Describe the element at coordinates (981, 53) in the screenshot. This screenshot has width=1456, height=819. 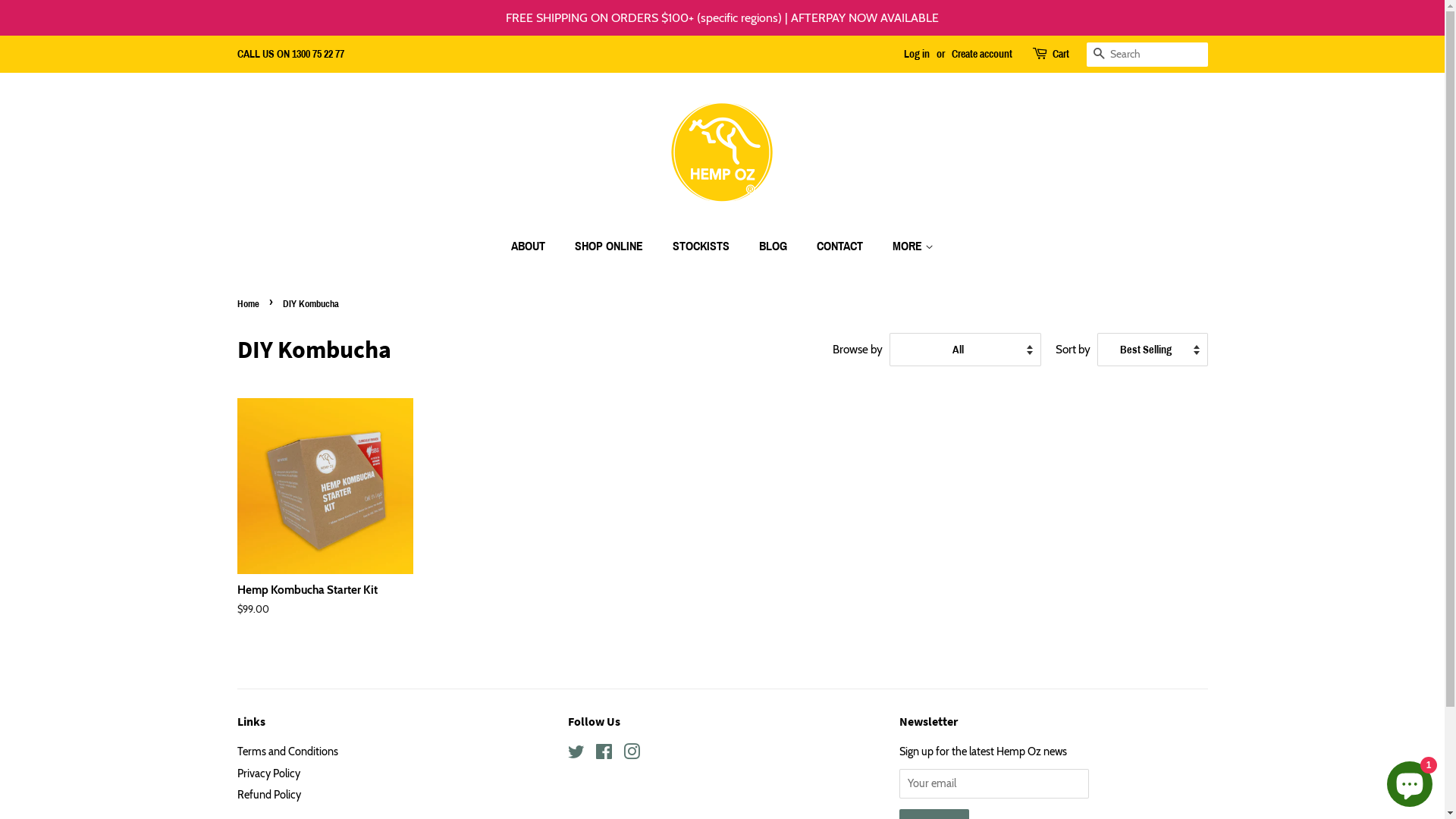
I see `'Create account'` at that location.